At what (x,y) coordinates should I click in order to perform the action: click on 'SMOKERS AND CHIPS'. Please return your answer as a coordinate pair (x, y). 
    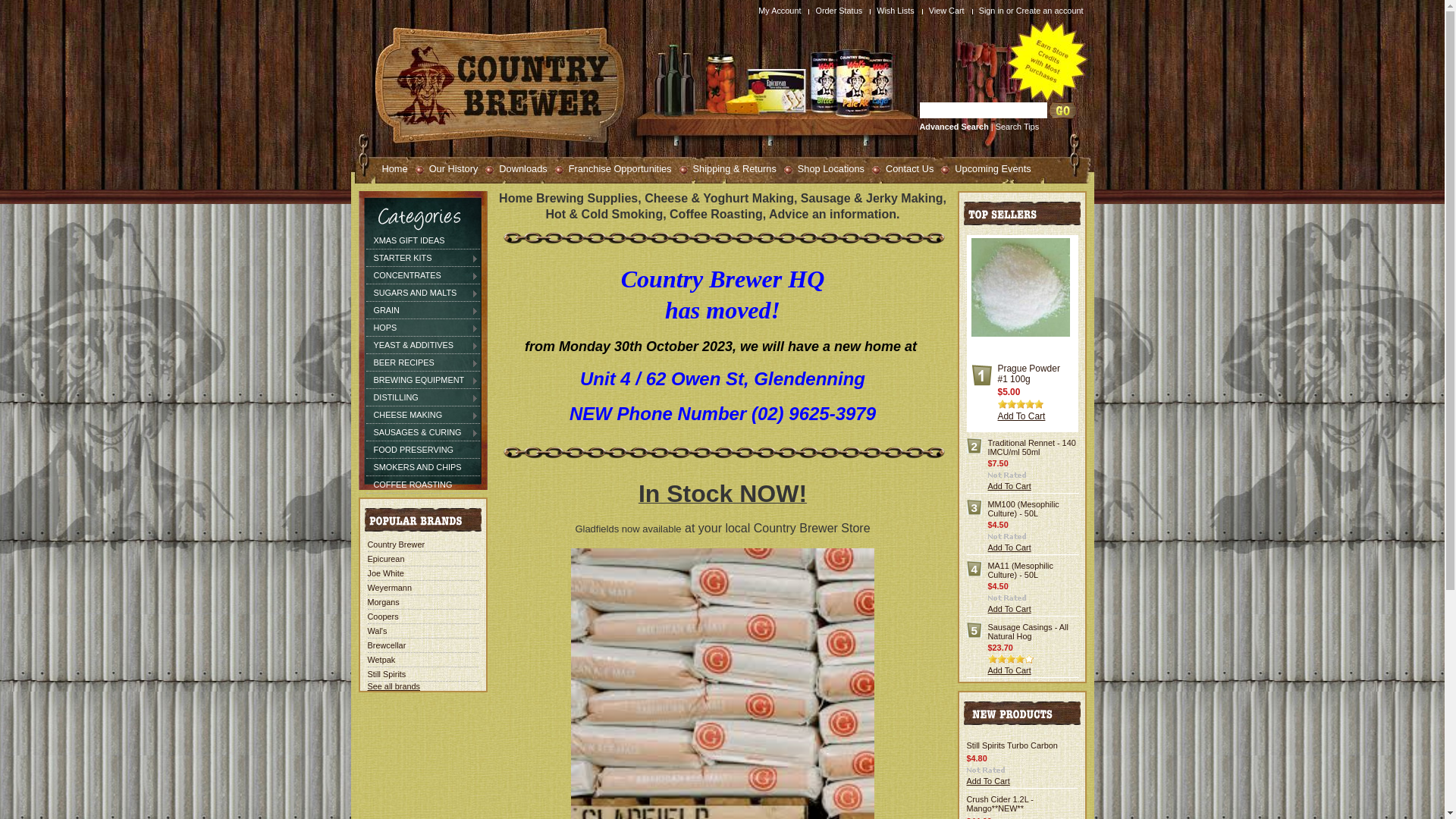
    Looking at the image, I should click on (422, 466).